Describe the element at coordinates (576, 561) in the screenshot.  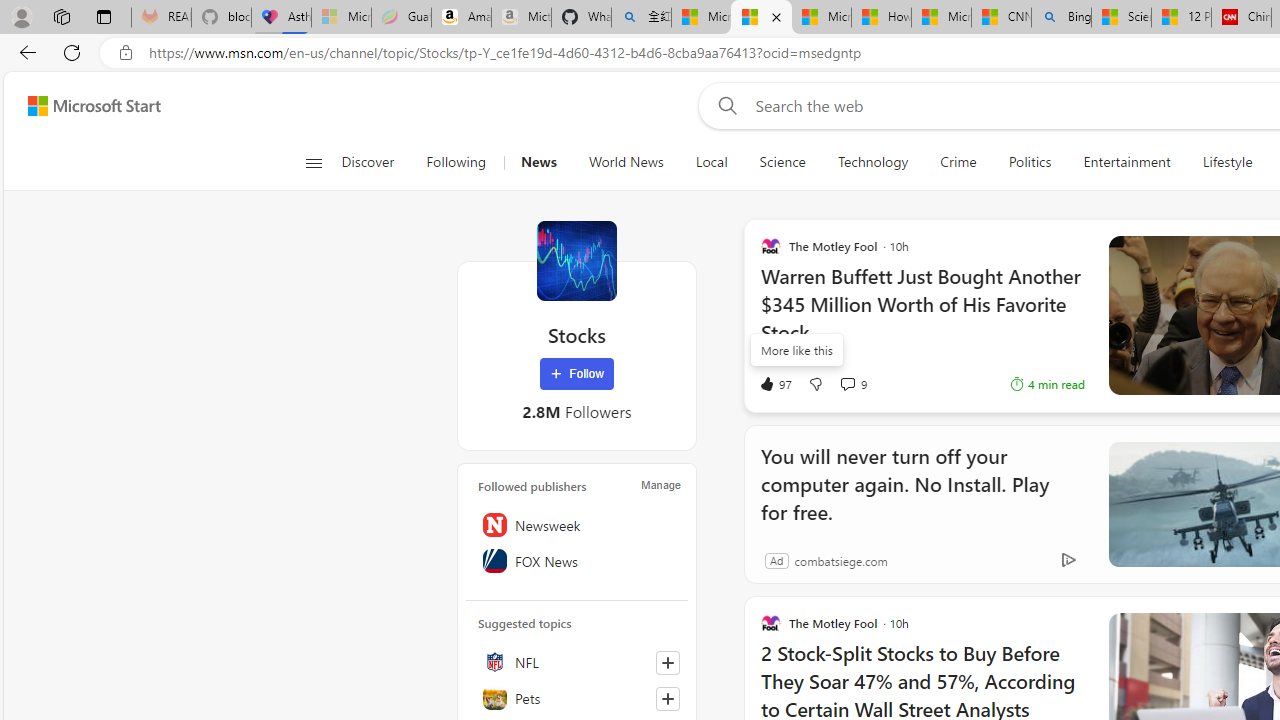
I see `'FOX News'` at that location.